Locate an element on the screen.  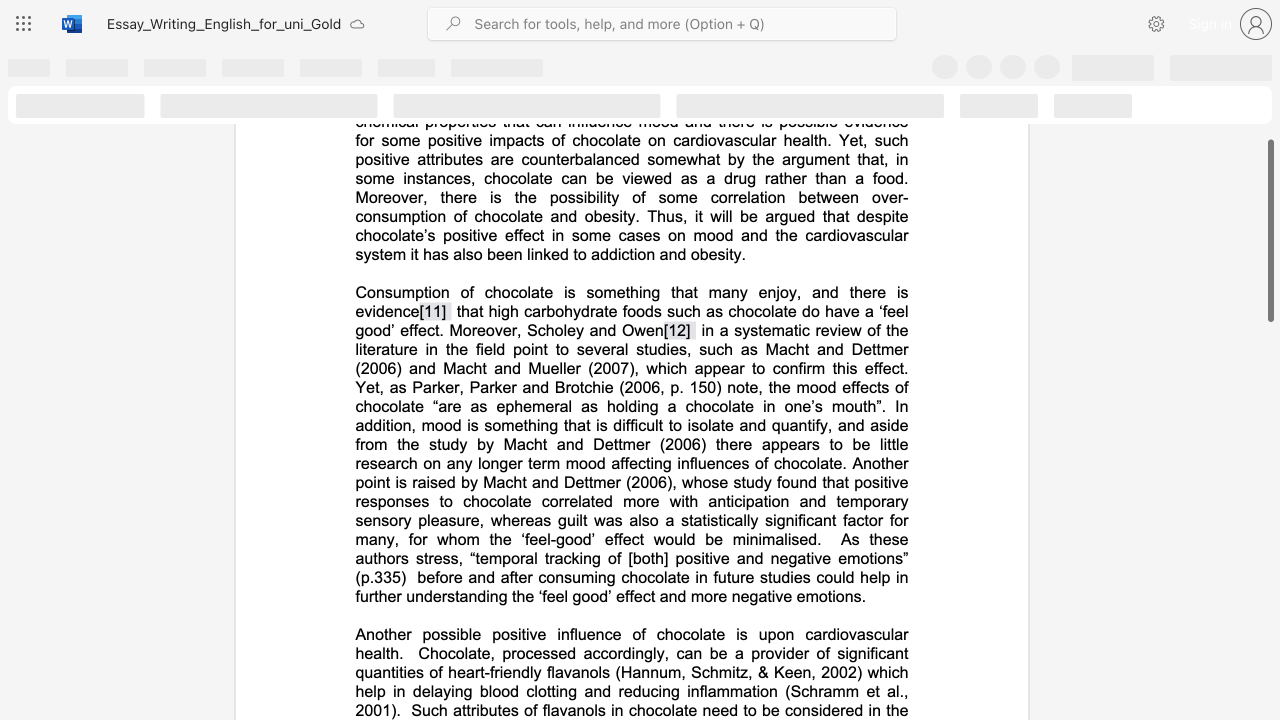
the scrollbar and move down 900 pixels is located at coordinates (1269, 230).